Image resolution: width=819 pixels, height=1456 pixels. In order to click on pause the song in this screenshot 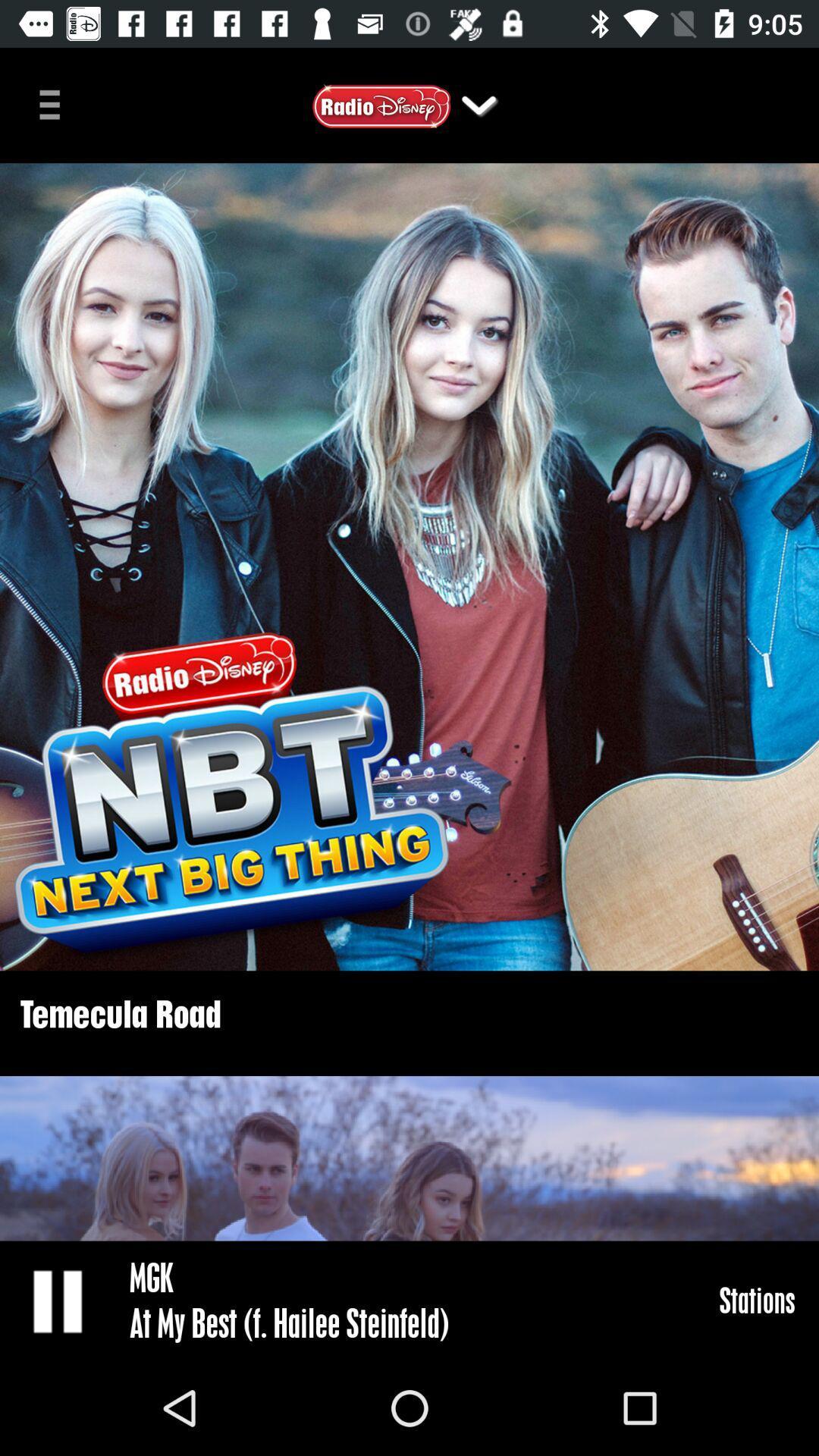, I will do `click(58, 1300)`.